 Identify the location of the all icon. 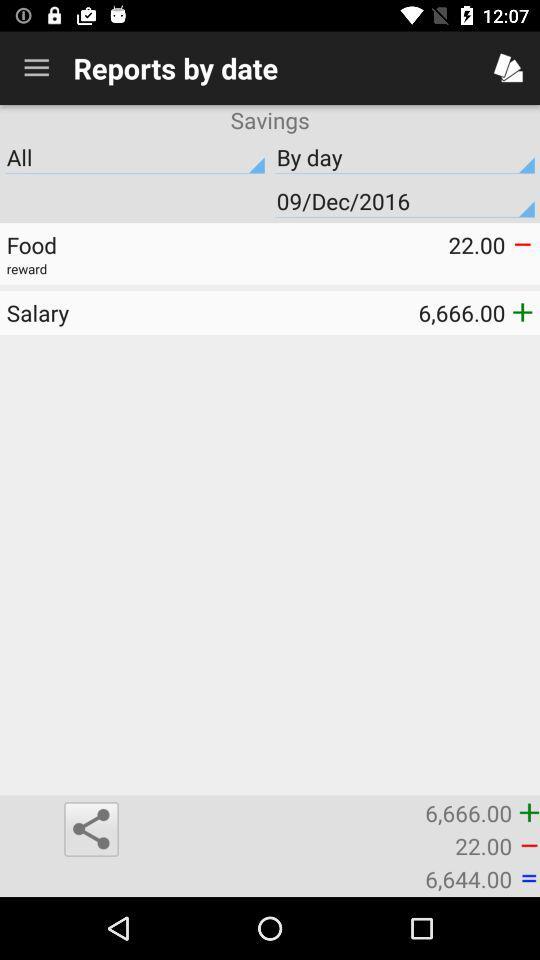
(135, 156).